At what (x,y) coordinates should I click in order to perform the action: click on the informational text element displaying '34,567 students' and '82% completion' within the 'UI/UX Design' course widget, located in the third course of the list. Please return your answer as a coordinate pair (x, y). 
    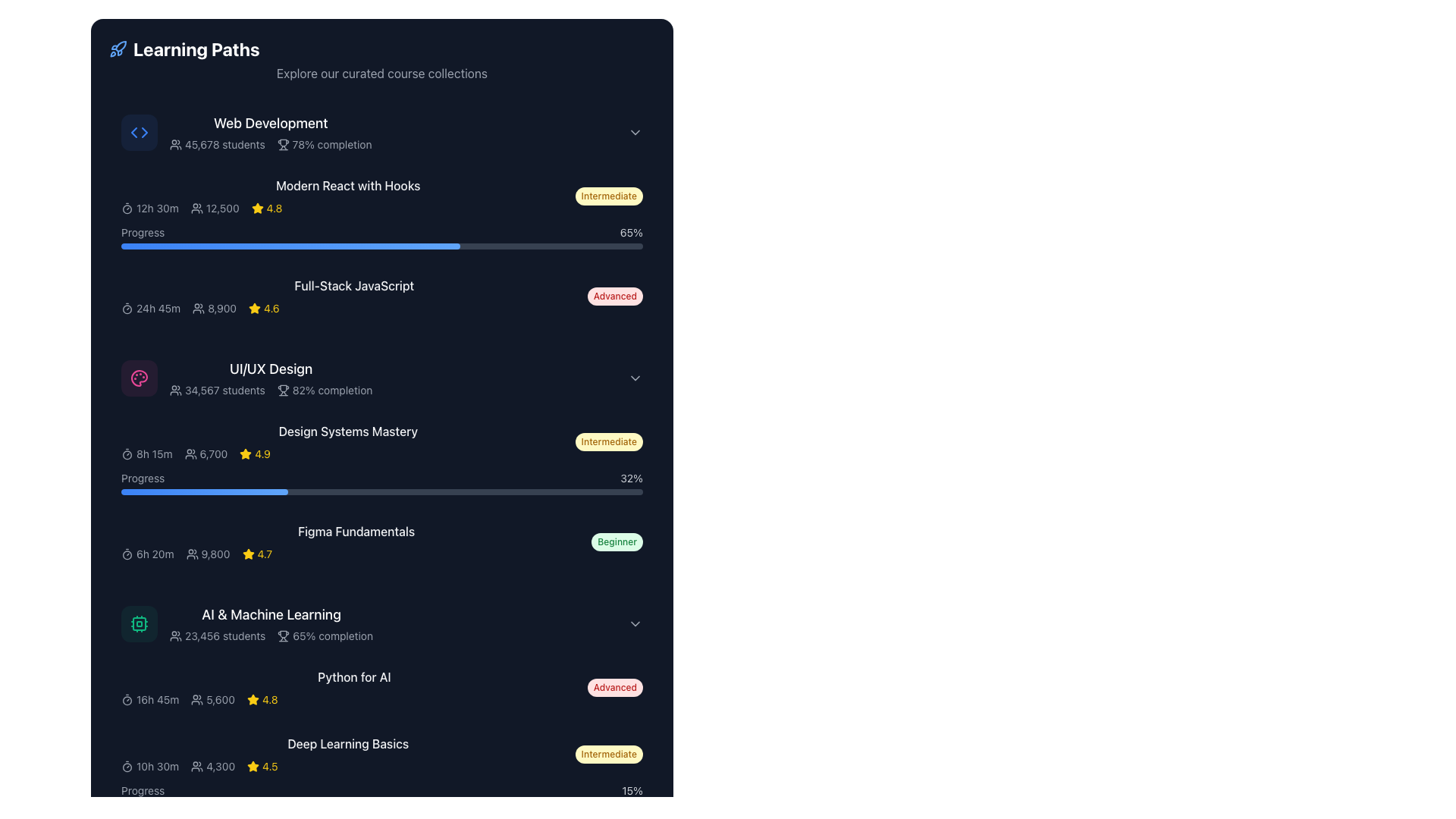
    Looking at the image, I should click on (271, 390).